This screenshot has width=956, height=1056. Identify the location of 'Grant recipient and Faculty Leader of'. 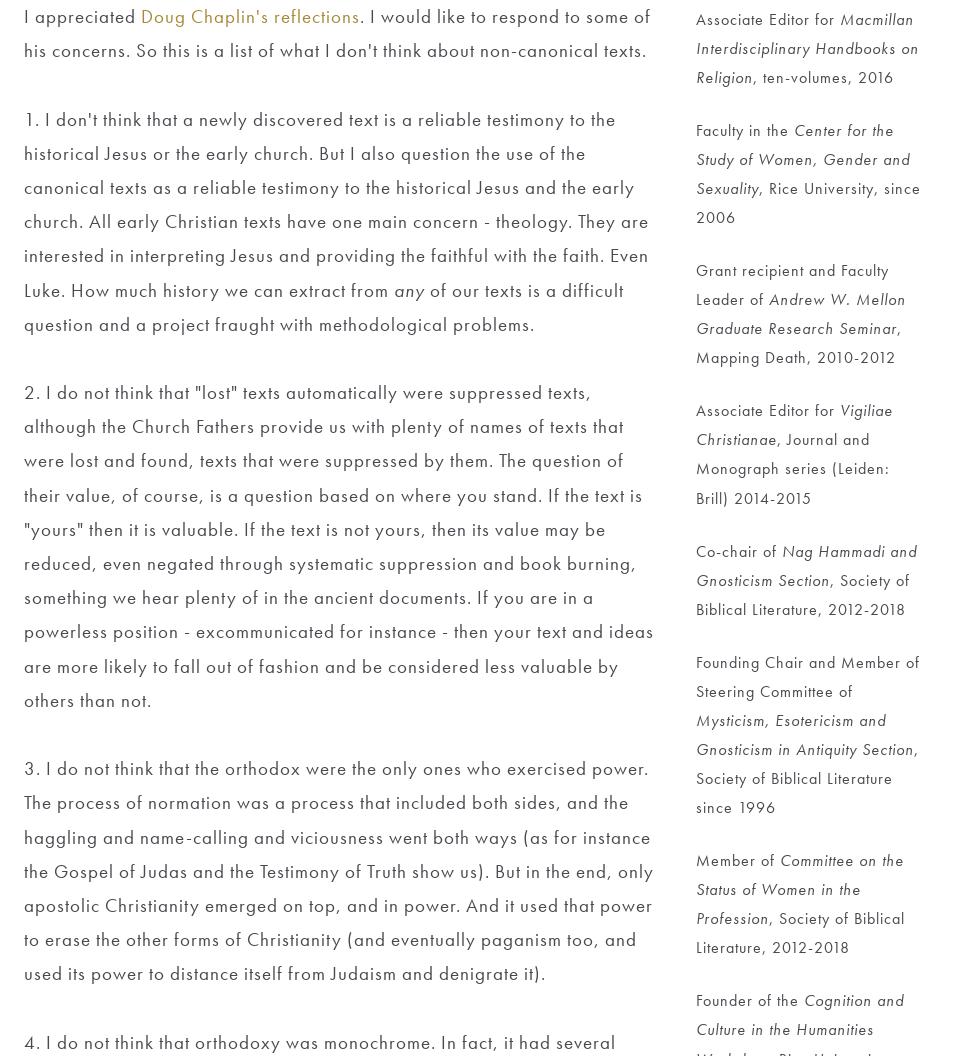
(794, 285).